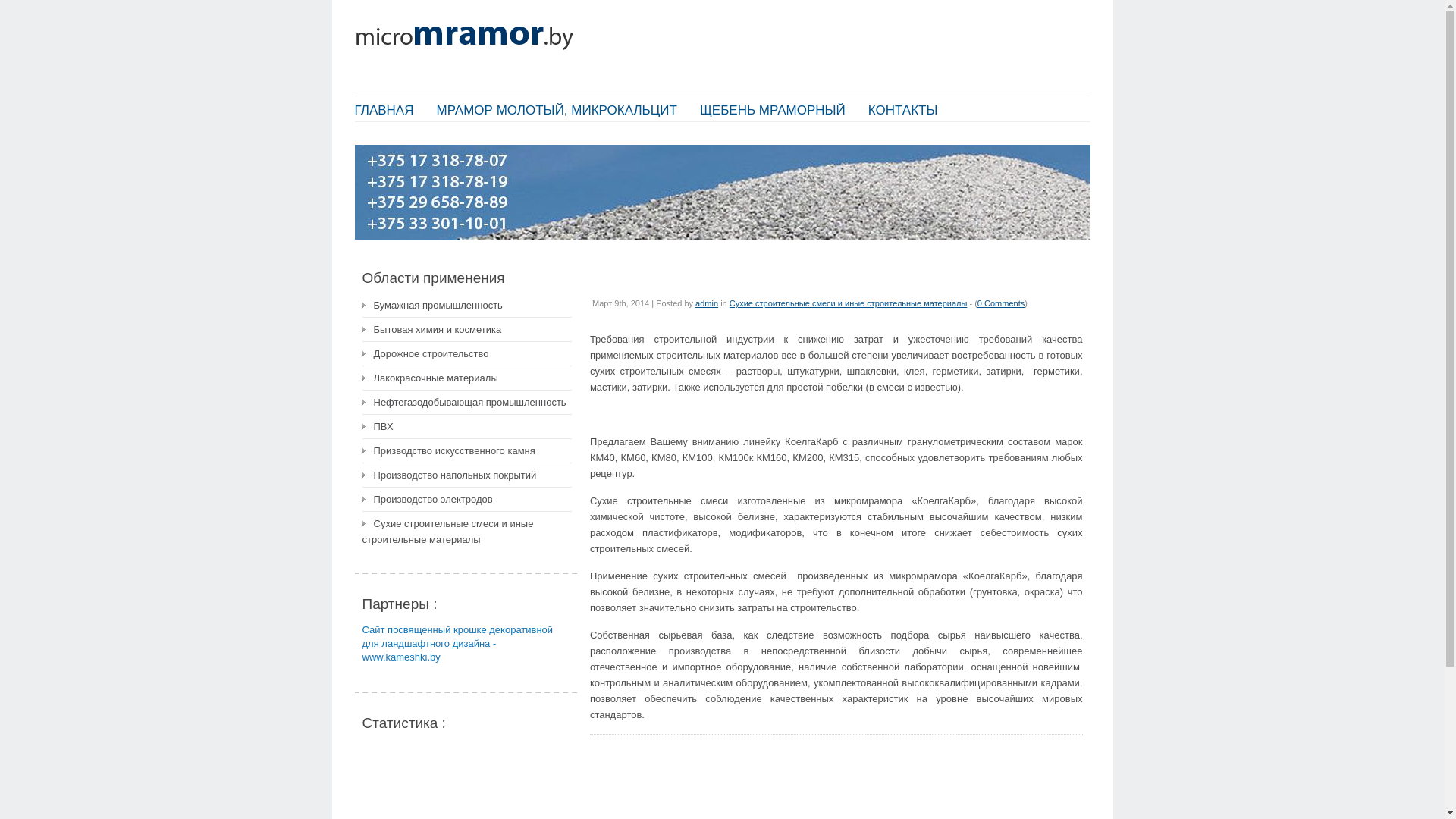  Describe the element at coordinates (705, 303) in the screenshot. I see `'admin'` at that location.